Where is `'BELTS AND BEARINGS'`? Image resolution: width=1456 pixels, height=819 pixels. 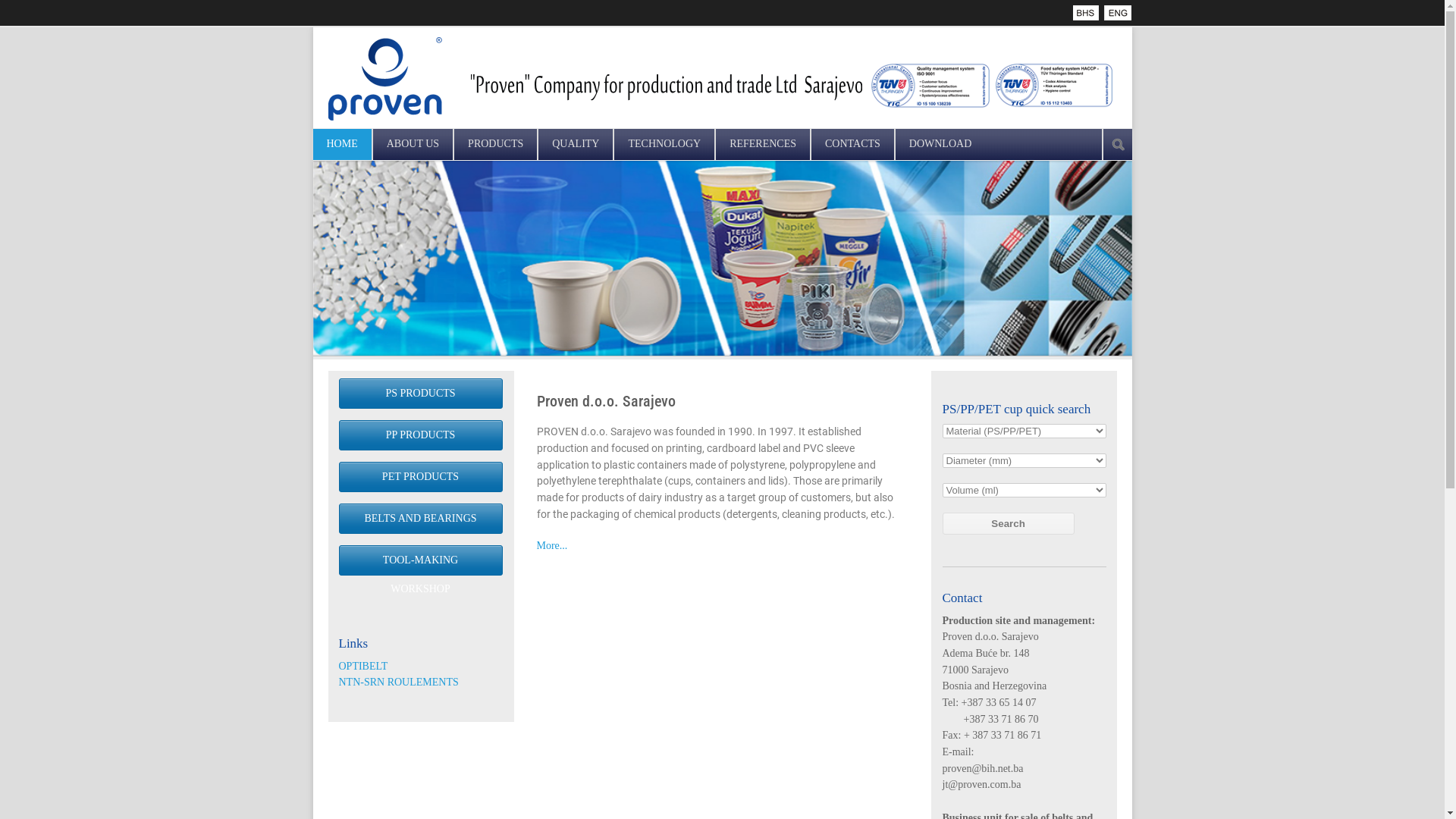 'BELTS AND BEARINGS' is located at coordinates (337, 517).